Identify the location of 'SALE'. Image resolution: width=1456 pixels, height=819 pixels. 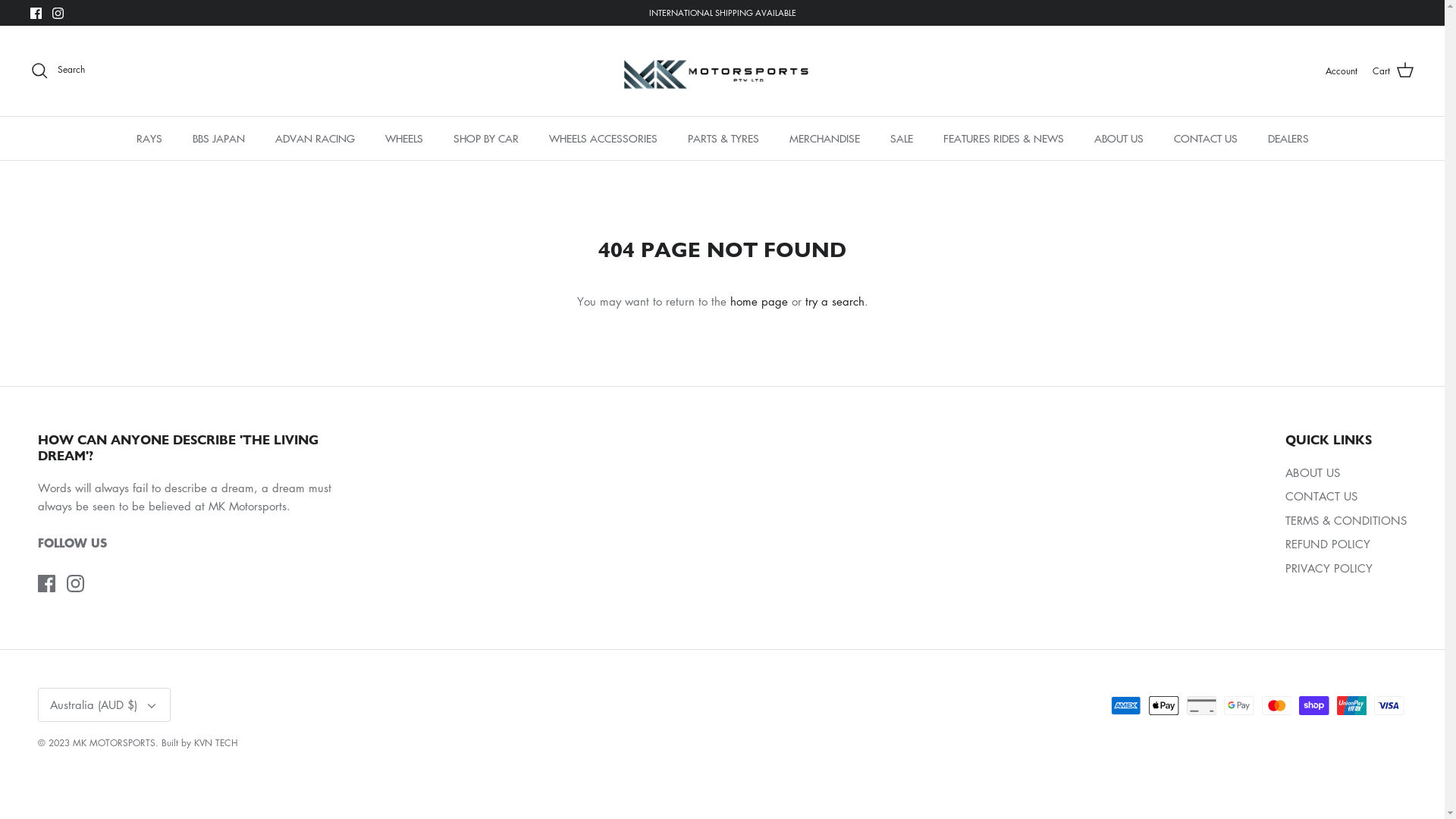
(902, 138).